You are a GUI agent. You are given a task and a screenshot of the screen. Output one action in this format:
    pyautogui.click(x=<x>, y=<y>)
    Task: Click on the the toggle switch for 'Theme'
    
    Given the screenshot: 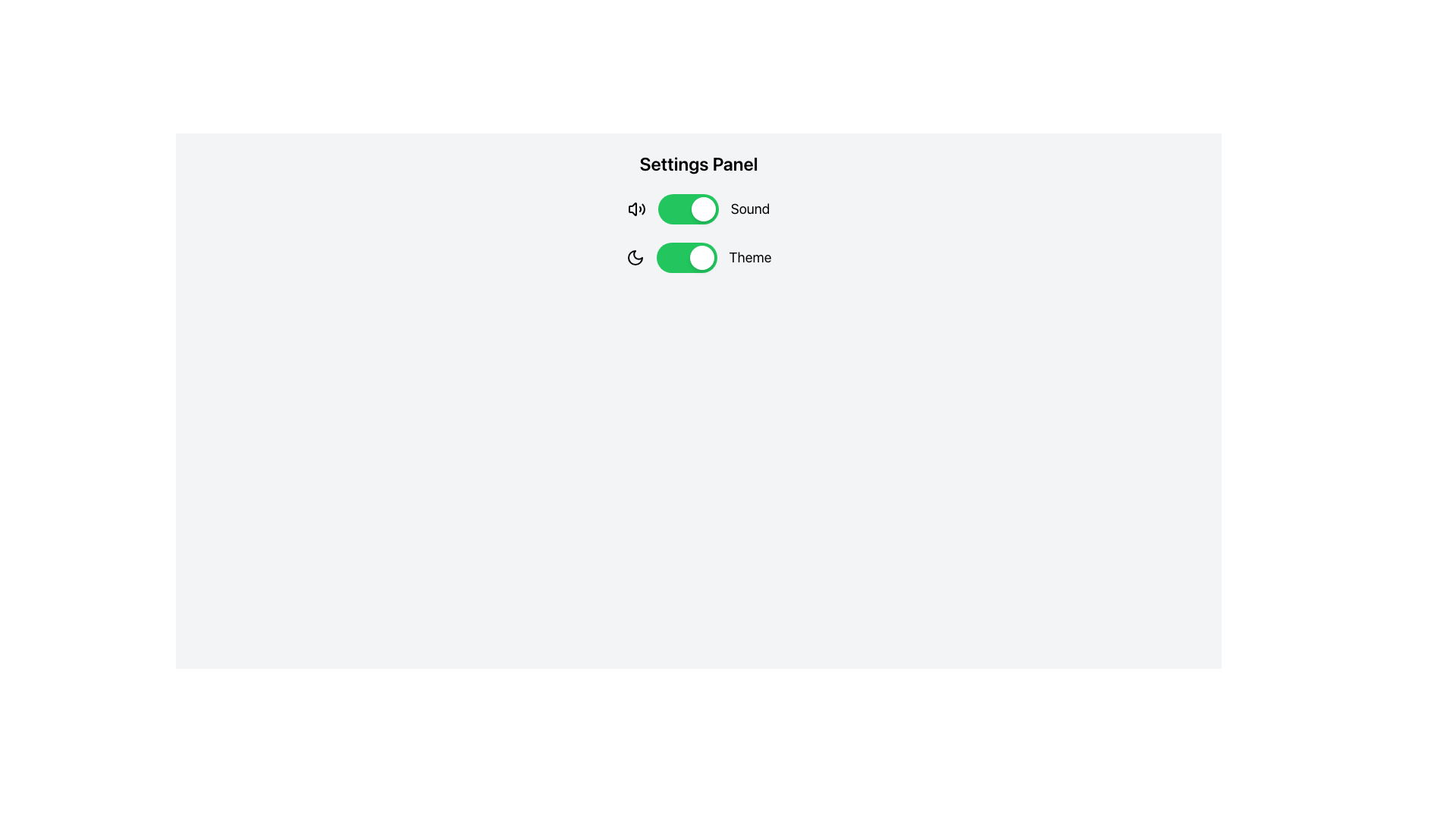 What is the action you would take?
    pyautogui.click(x=686, y=256)
    